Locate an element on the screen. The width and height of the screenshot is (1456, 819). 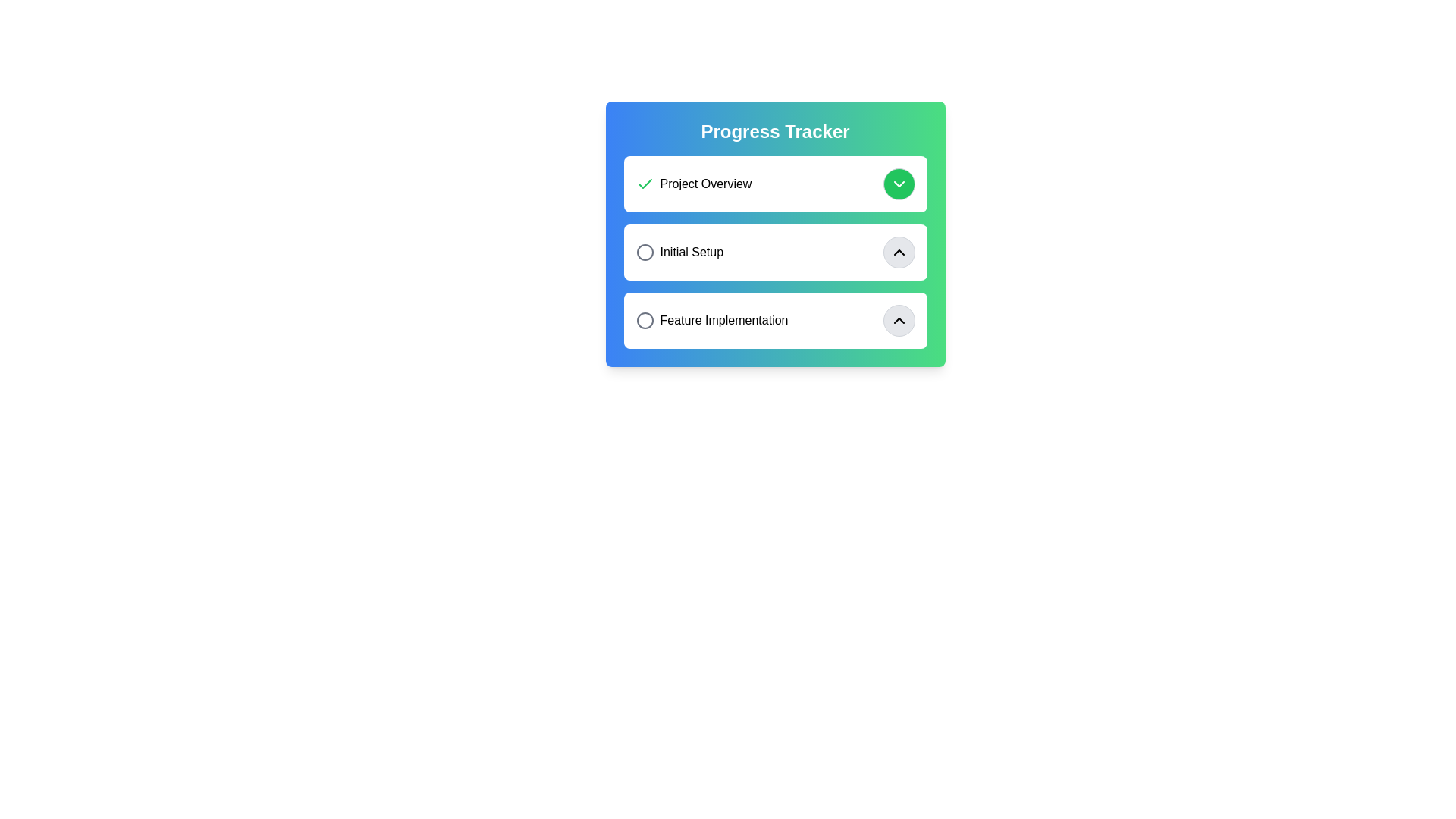
the completion indicator icon for the 'Project Overview' item in the progress tracker, located at the uppermost position on the right side is located at coordinates (645, 183).